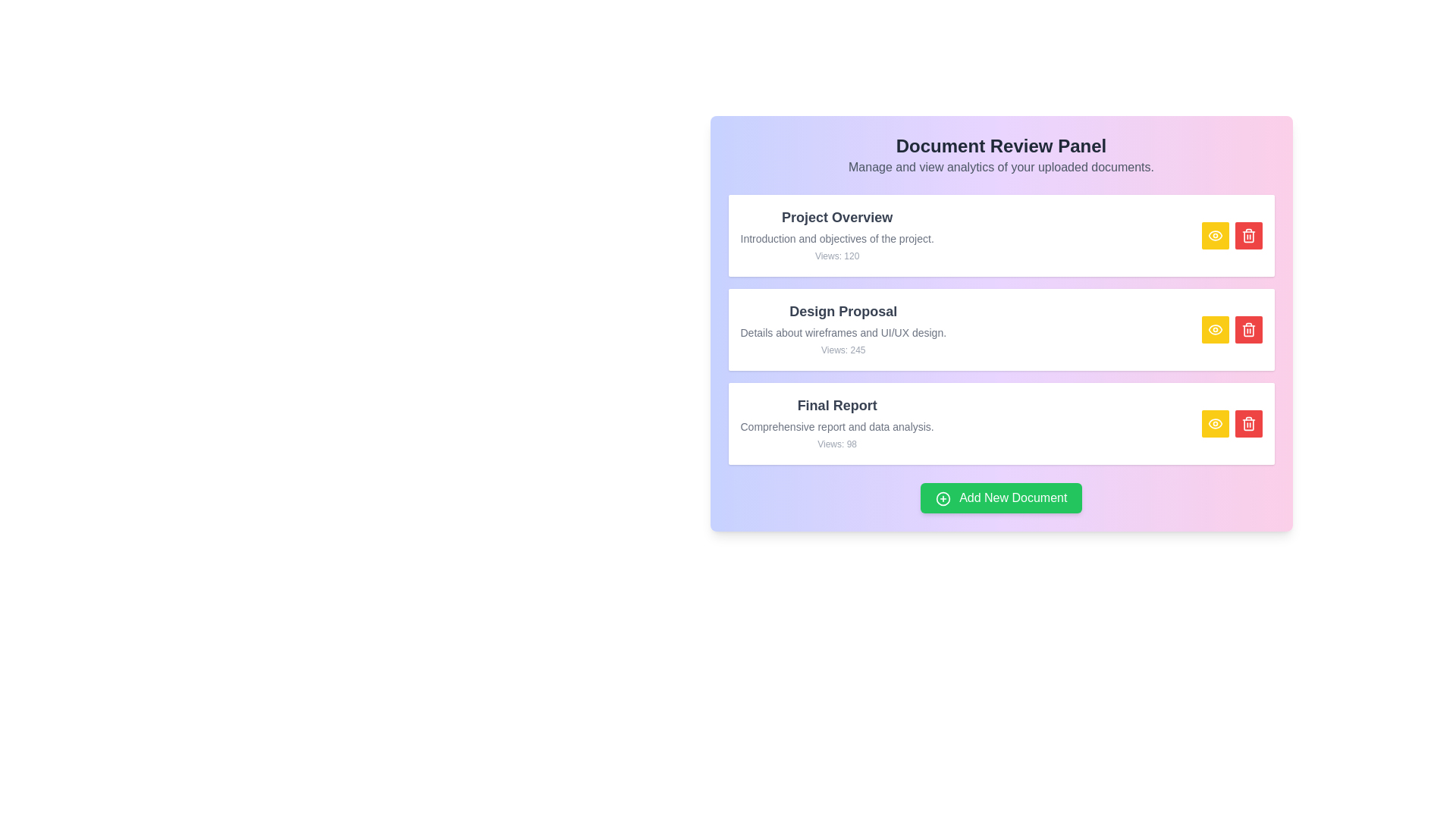  I want to click on view button for the document titled 'Final Report', so click(1215, 424).